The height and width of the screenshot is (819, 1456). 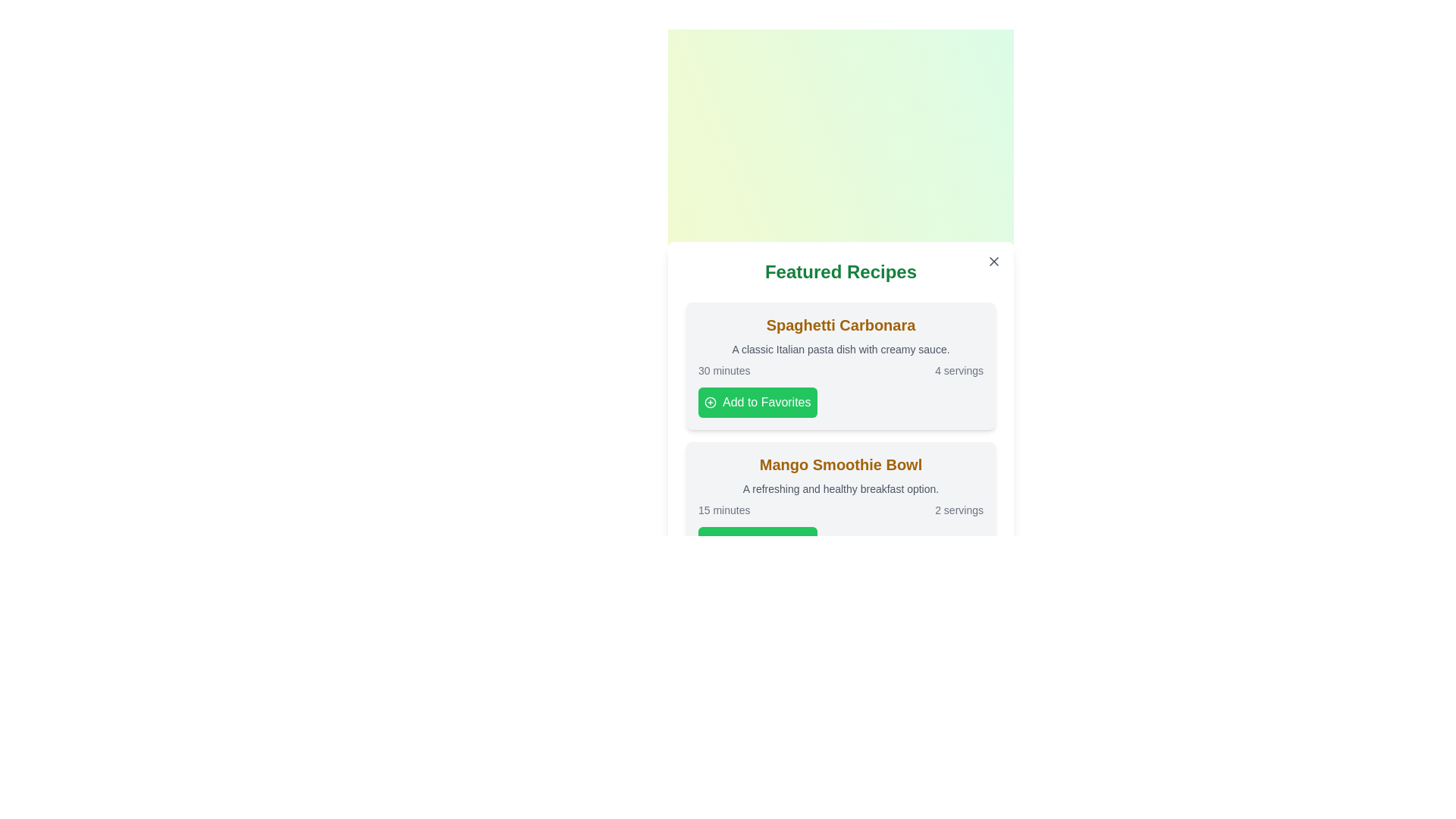 What do you see at coordinates (758, 541) in the screenshot?
I see `the green button labeled 'Add to Favorites' located at the bottom of the smoothie bowl recipe card` at bounding box center [758, 541].